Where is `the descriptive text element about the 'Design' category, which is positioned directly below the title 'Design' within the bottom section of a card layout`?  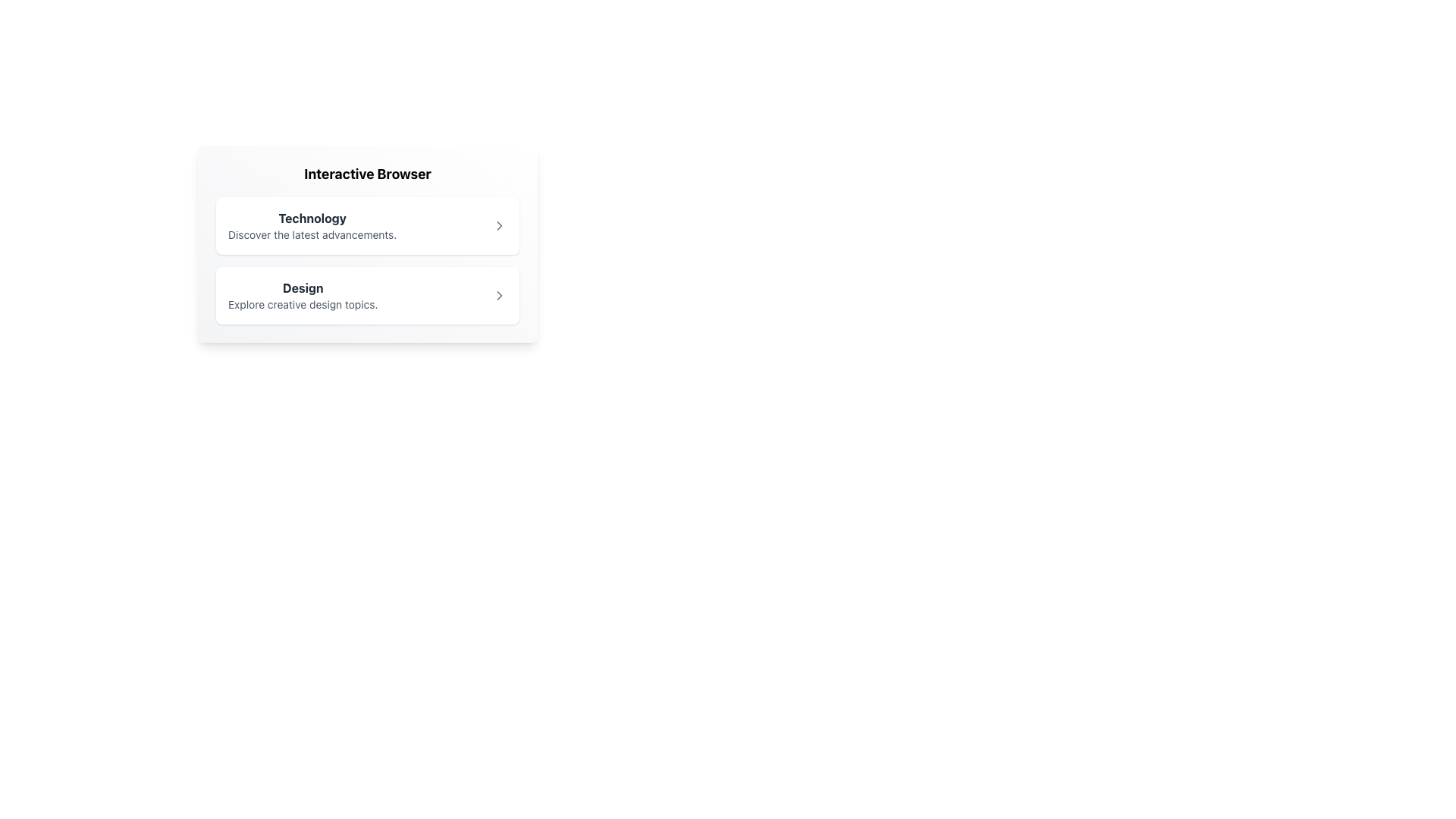
the descriptive text element about the 'Design' category, which is positioned directly below the title 'Design' within the bottom section of a card layout is located at coordinates (303, 304).